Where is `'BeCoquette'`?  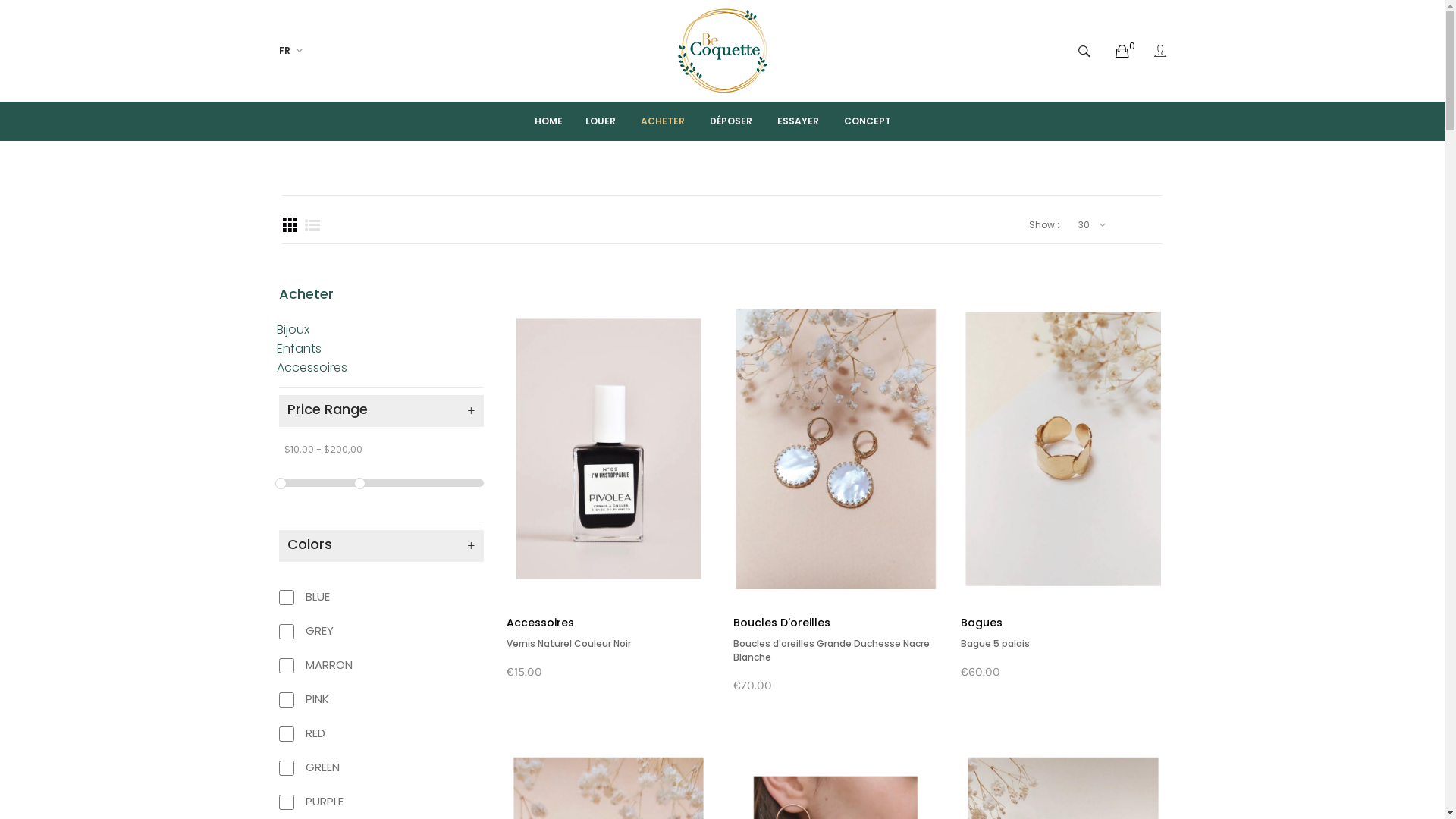 'BeCoquette' is located at coordinates (722, 49).